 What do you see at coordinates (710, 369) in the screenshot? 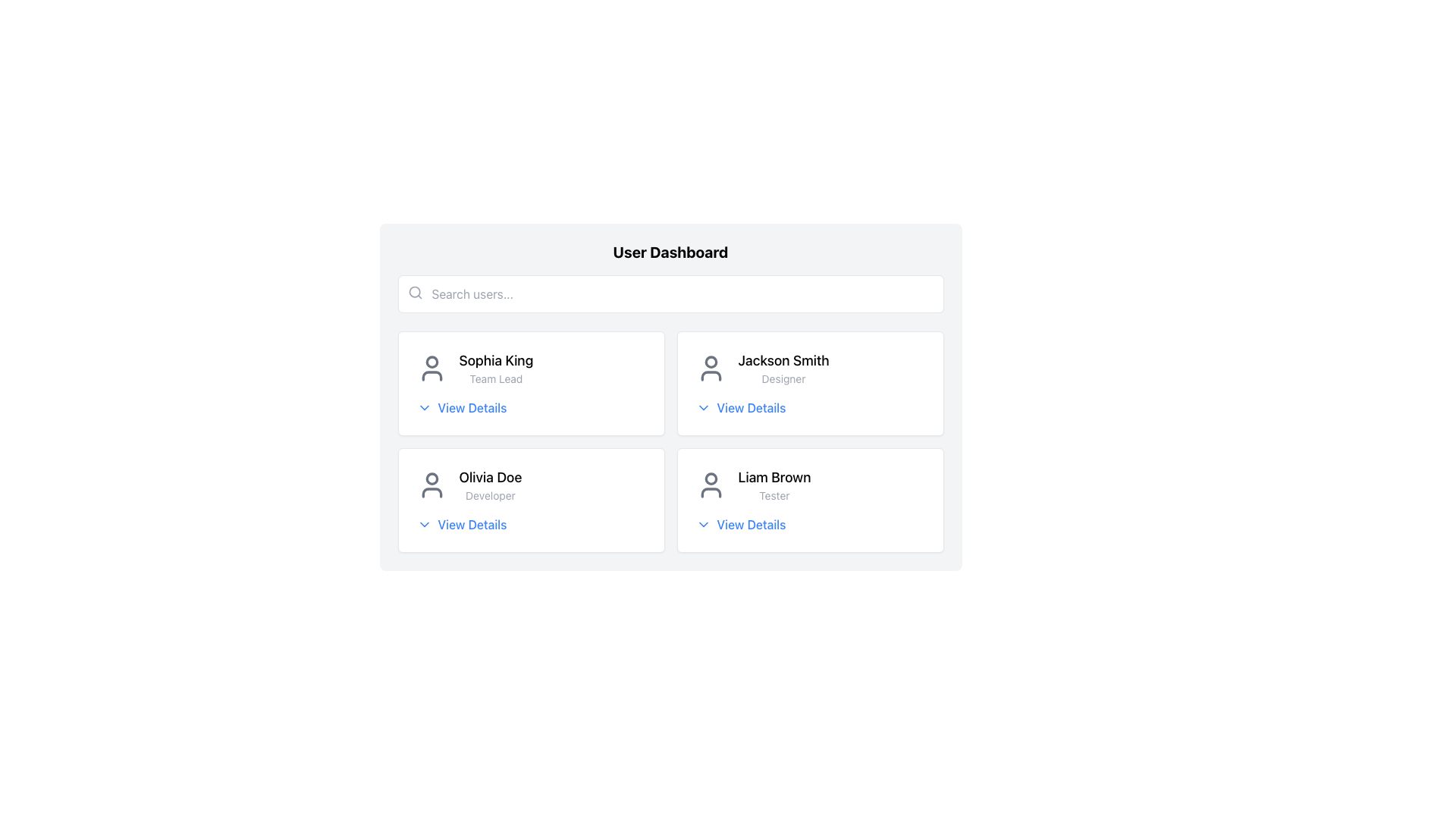
I see `the user avatar icon located in the upper right corner of Jackson Smith's user information card, which features a minimalistic design with a circular head and a semi-circular body line` at bounding box center [710, 369].